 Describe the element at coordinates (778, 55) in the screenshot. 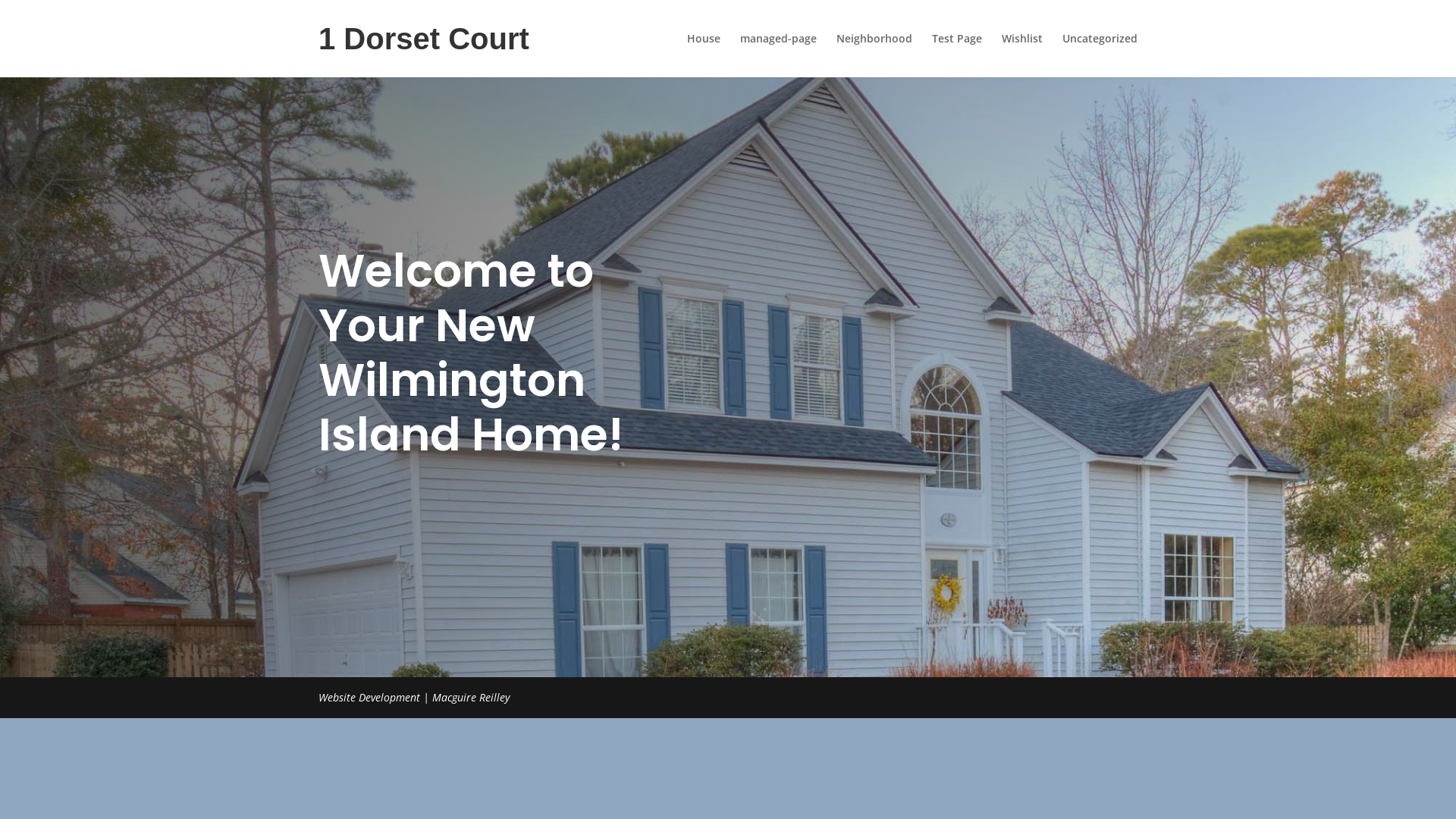

I see `'managed-page'` at that location.